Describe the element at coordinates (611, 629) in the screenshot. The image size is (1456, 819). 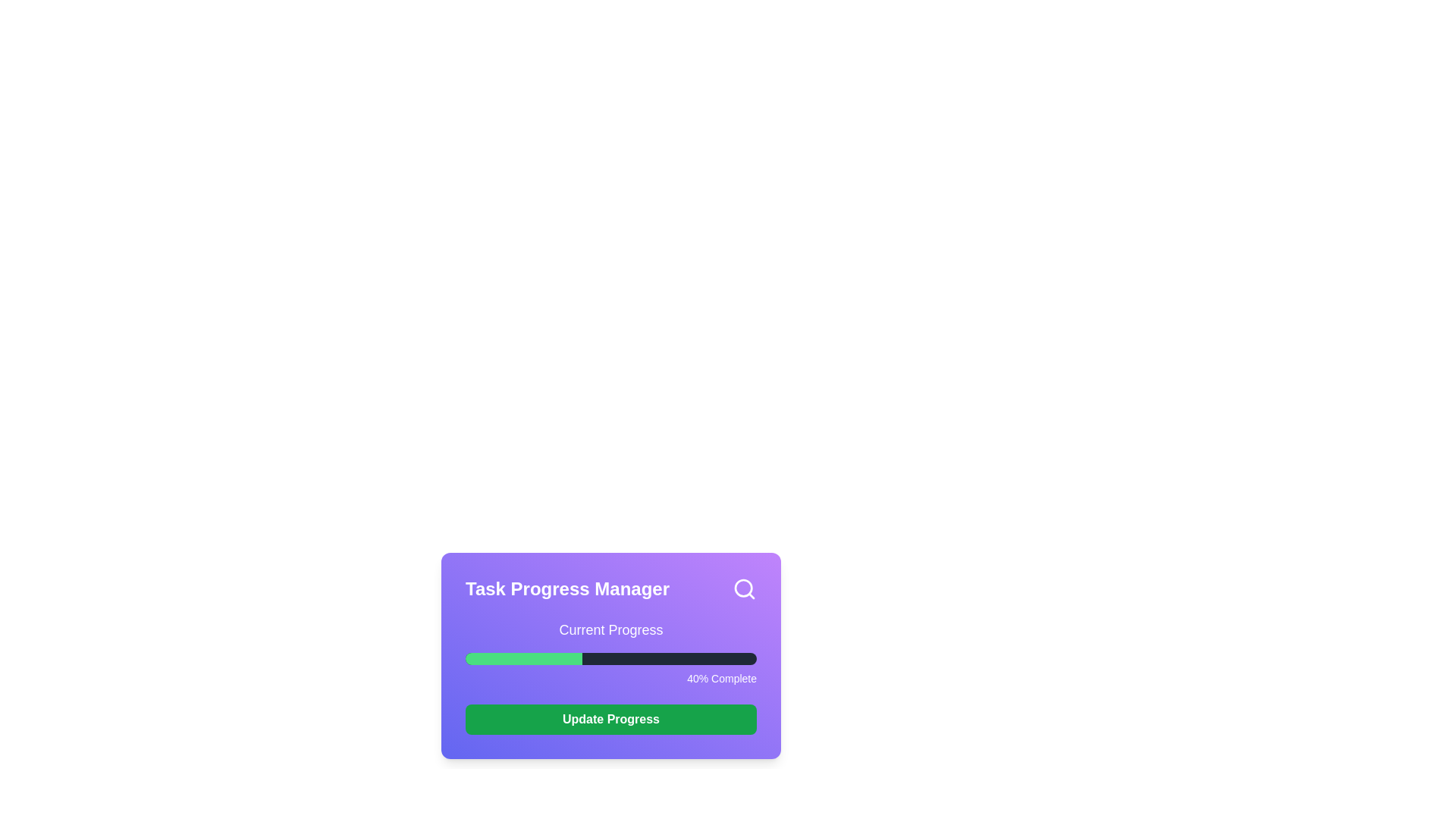
I see `text label displaying 'Current Progress' which is prominently styled in white on a purple gradient background, located at the top-center of the interface above the progress bar` at that location.